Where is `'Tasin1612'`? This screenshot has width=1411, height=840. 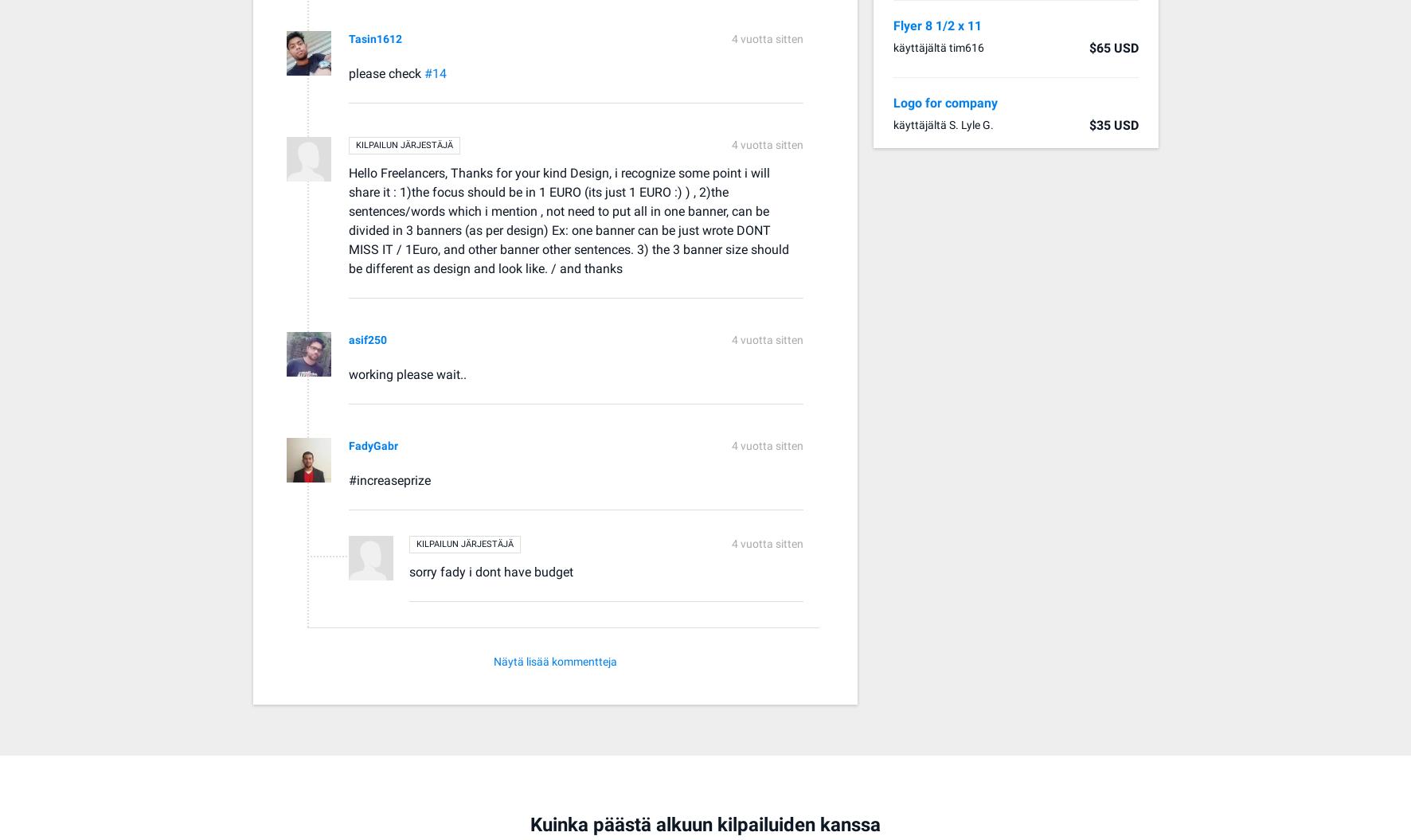 'Tasin1612' is located at coordinates (349, 38).